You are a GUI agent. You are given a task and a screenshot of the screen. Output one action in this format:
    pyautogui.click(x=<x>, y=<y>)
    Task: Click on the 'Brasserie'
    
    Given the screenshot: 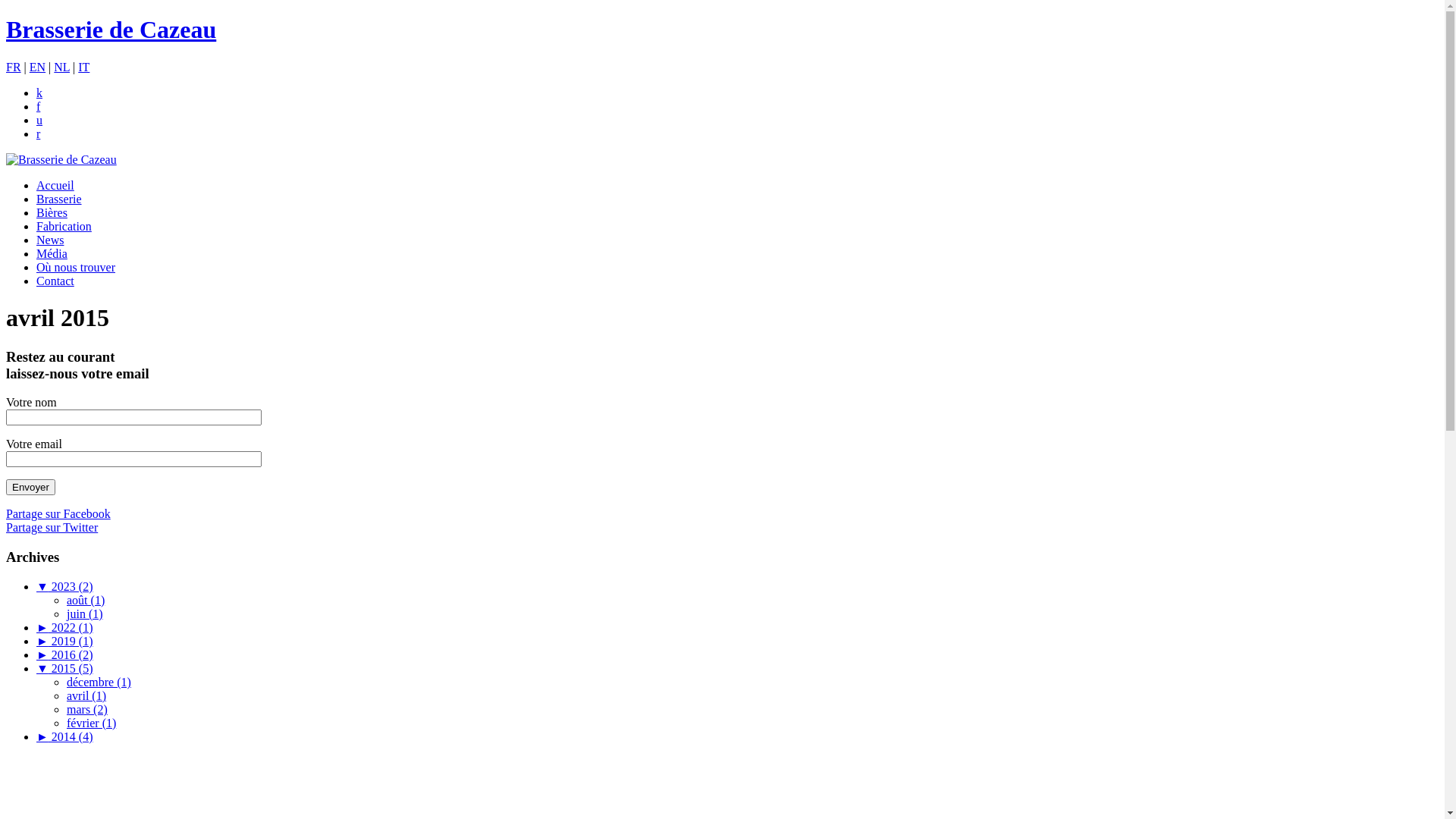 What is the action you would take?
    pyautogui.click(x=58, y=198)
    